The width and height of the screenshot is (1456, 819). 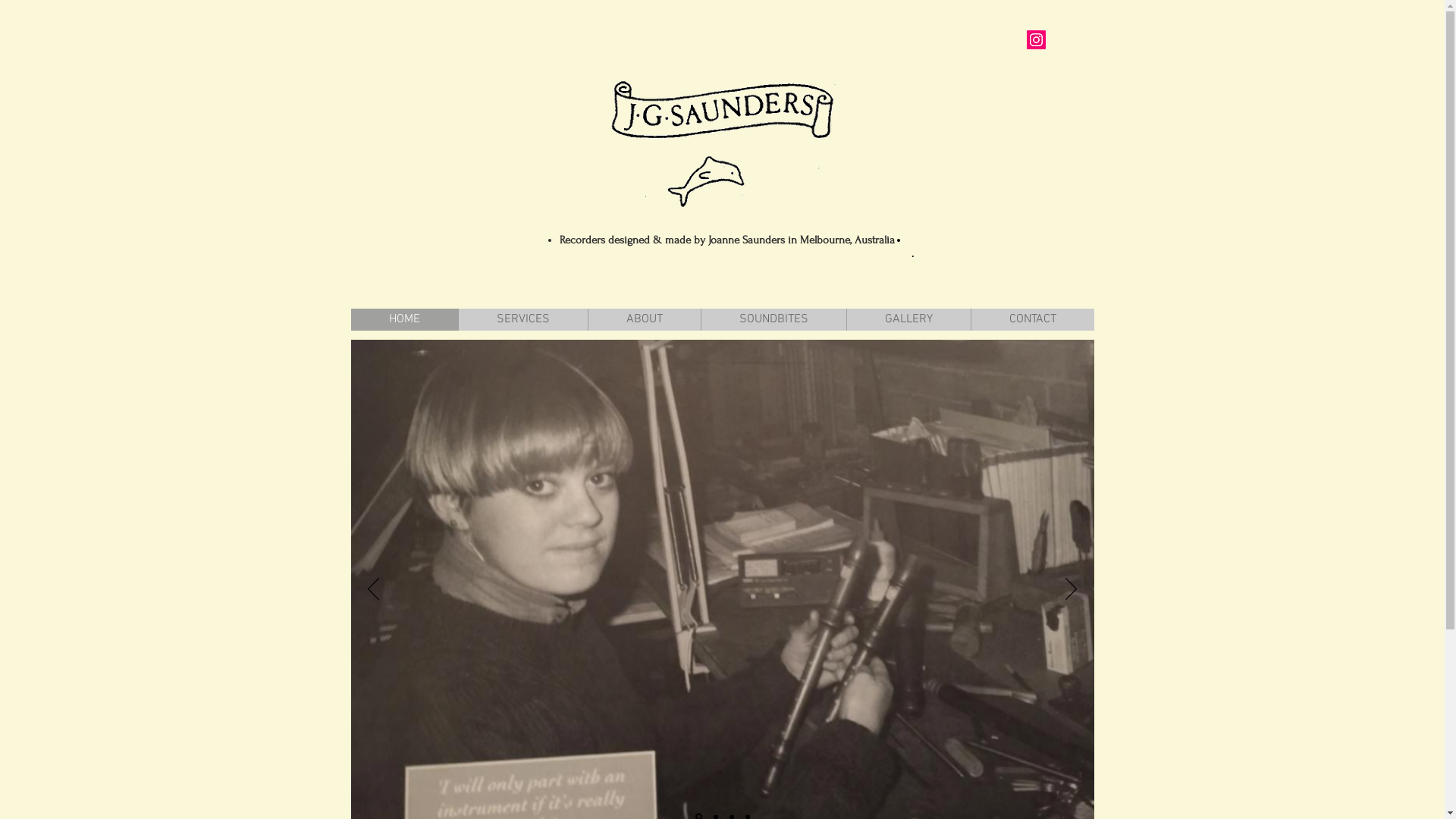 What do you see at coordinates (585, 318) in the screenshot?
I see `'ABOUT'` at bounding box center [585, 318].